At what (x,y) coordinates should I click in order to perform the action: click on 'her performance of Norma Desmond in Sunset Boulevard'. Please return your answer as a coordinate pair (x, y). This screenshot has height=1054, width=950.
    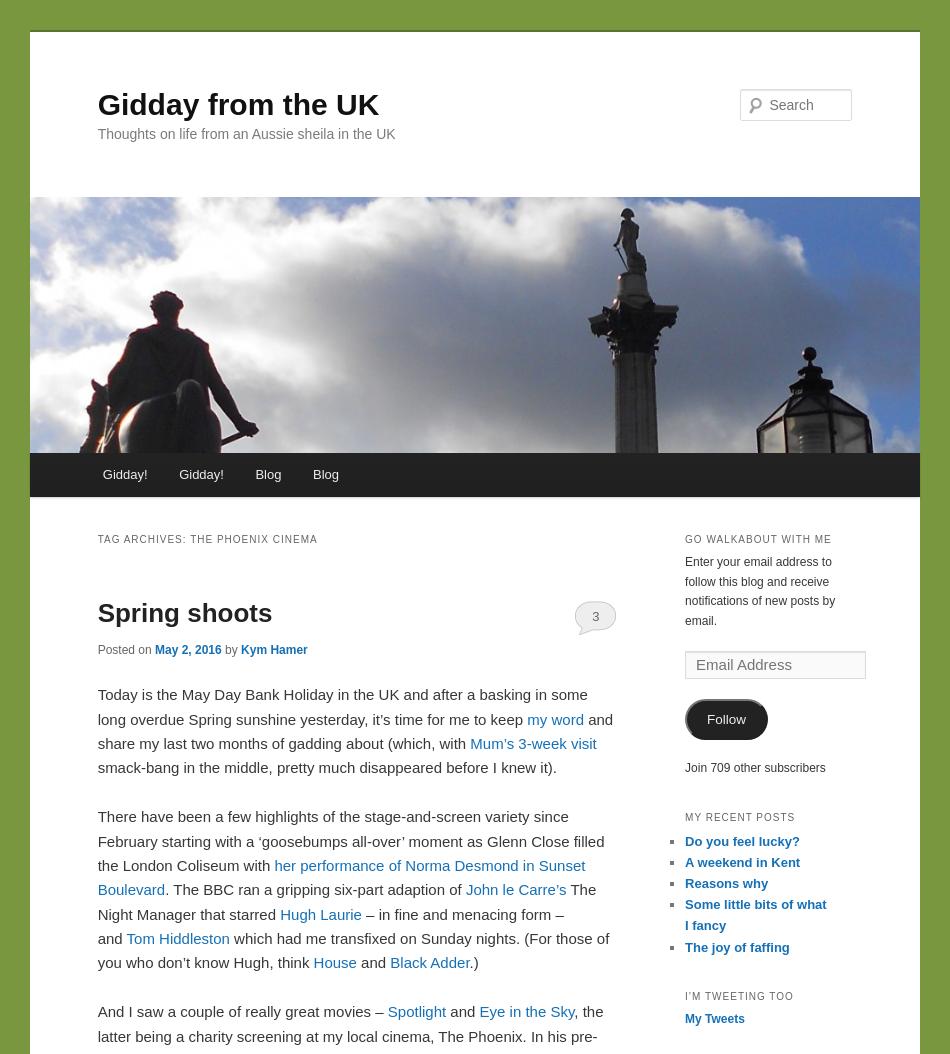
    Looking at the image, I should click on (339, 877).